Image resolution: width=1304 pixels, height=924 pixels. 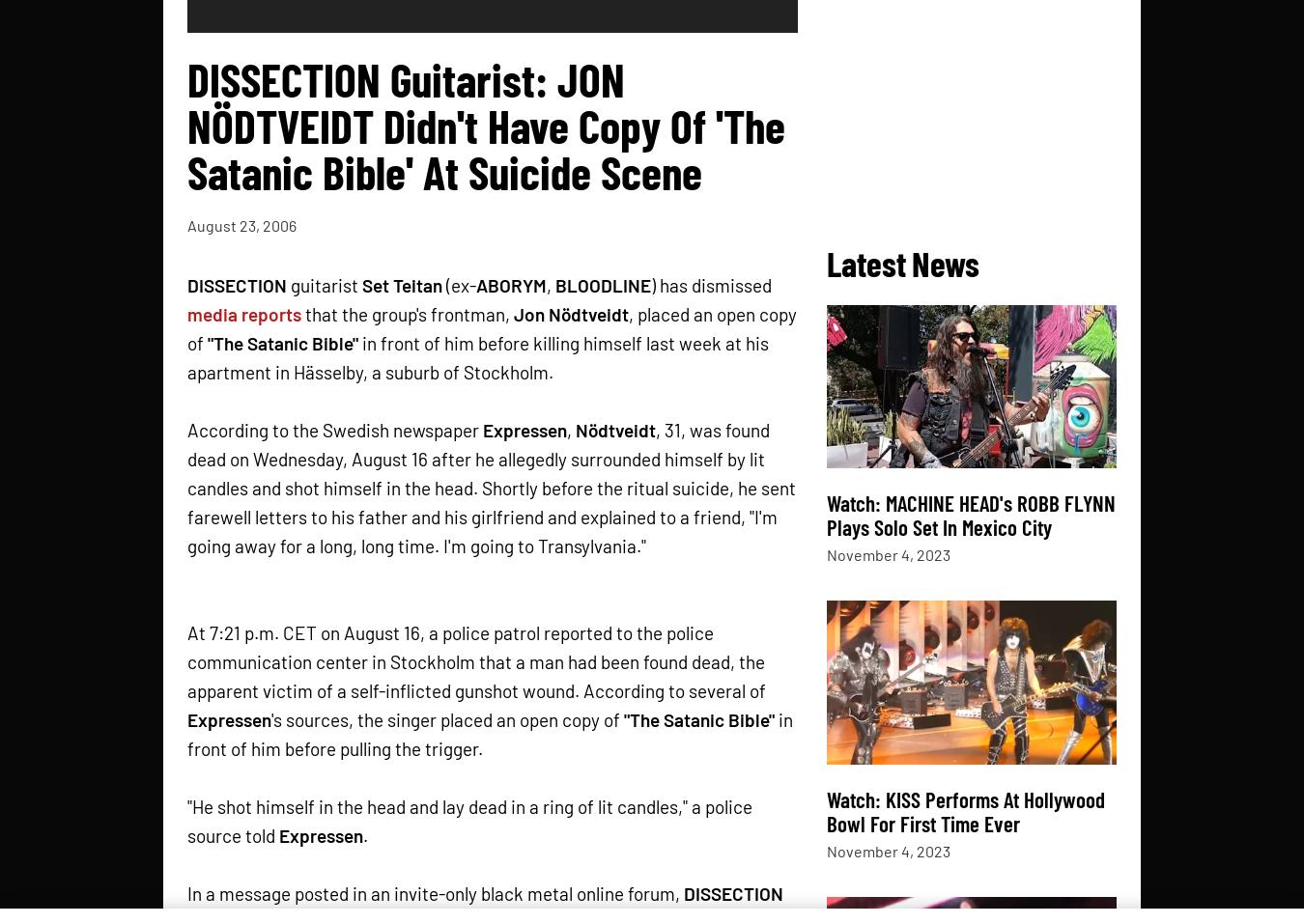 I want to click on 'At 7:21 p.m. CET on August 16, a police patrol reported to the police communication center in Stockholm that a man had been found dead, the apparent victim of a self-inflicted gunshot wound. According to several of', so click(x=475, y=660).